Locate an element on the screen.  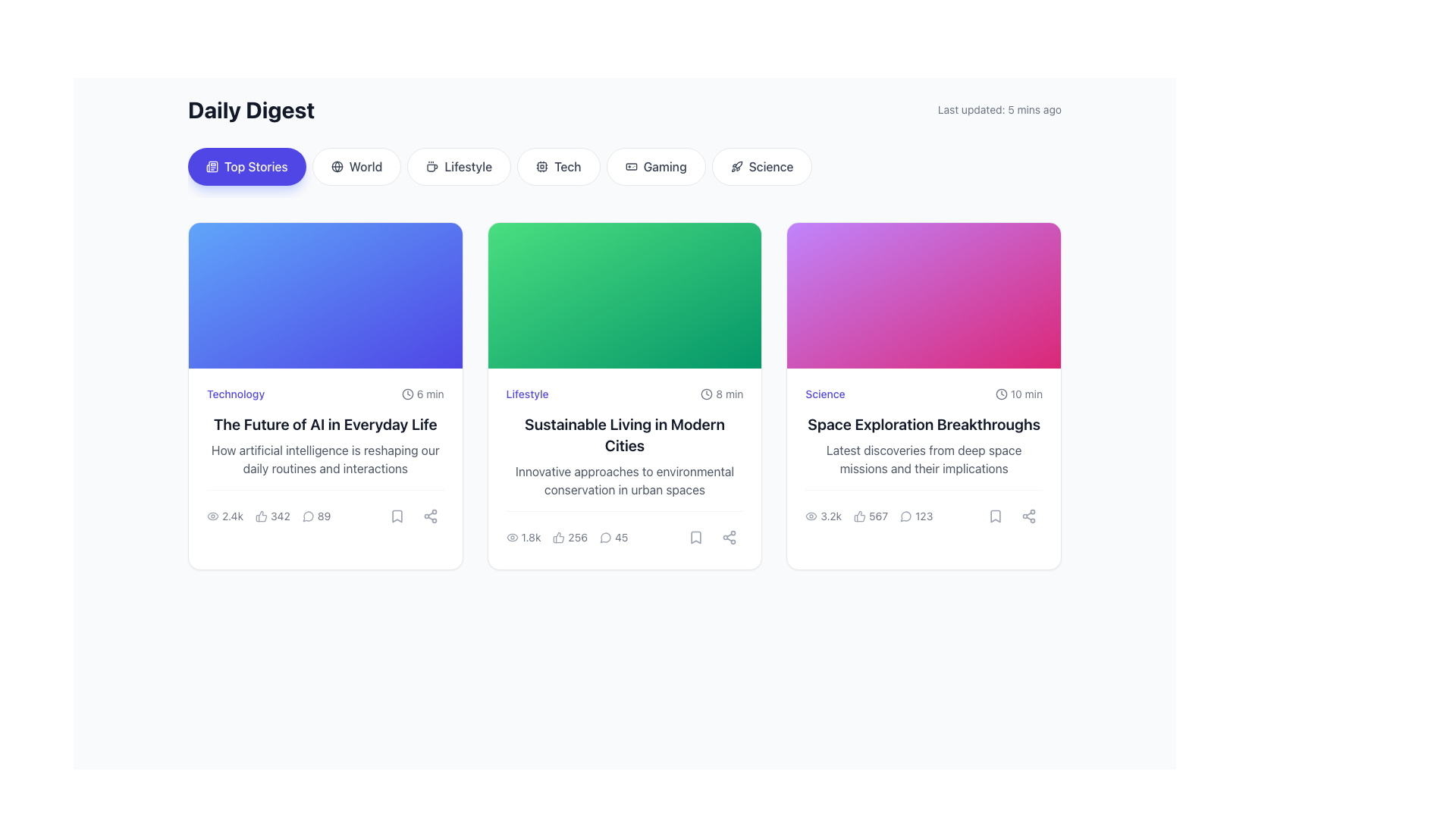
value displayed in the comments section of the 'Space Exploration Breakthroughs' card, located in the bottom-right corner next to the speech bubble icon is located at coordinates (923, 516).